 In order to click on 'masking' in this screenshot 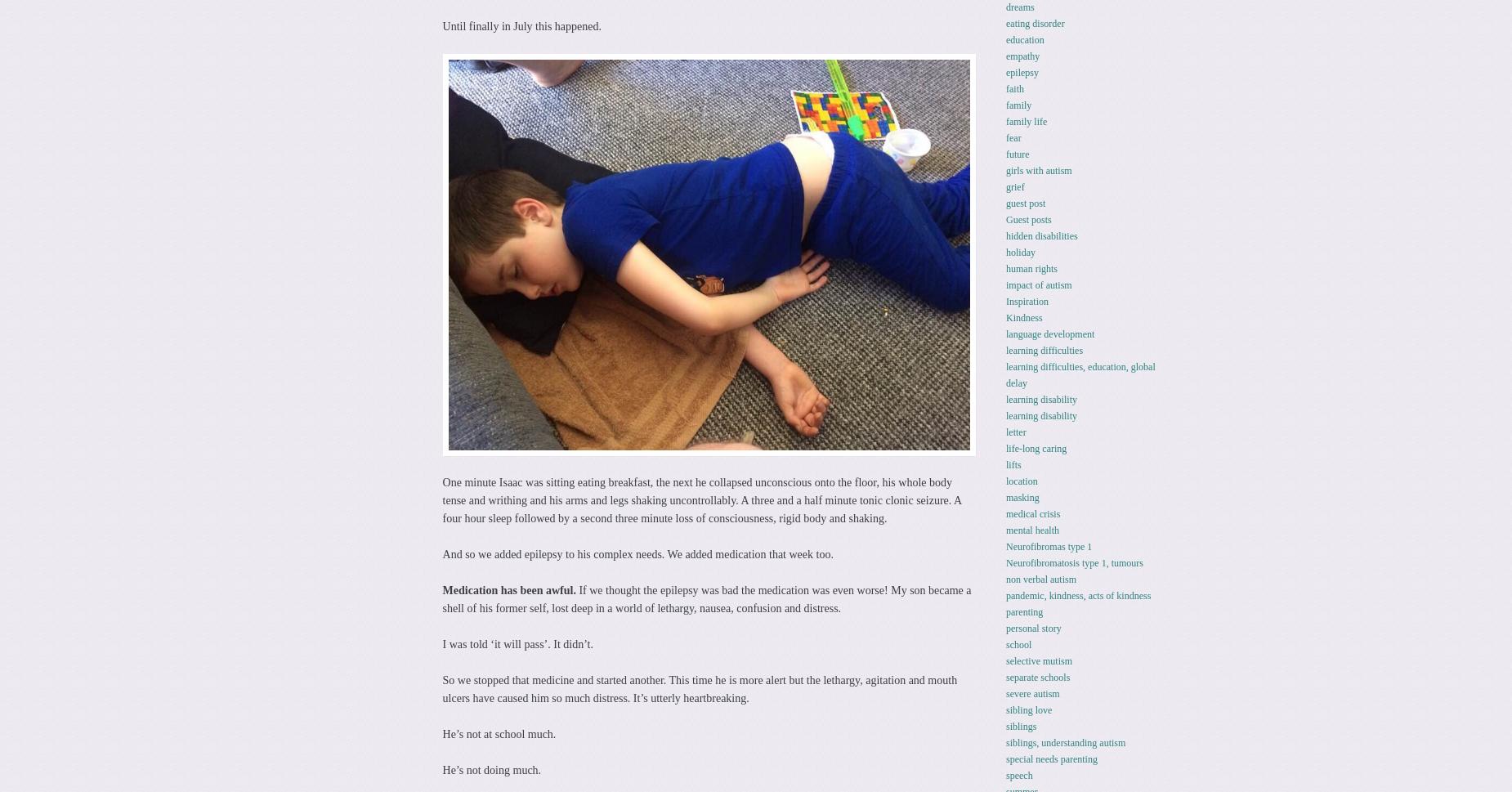, I will do `click(1021, 496)`.